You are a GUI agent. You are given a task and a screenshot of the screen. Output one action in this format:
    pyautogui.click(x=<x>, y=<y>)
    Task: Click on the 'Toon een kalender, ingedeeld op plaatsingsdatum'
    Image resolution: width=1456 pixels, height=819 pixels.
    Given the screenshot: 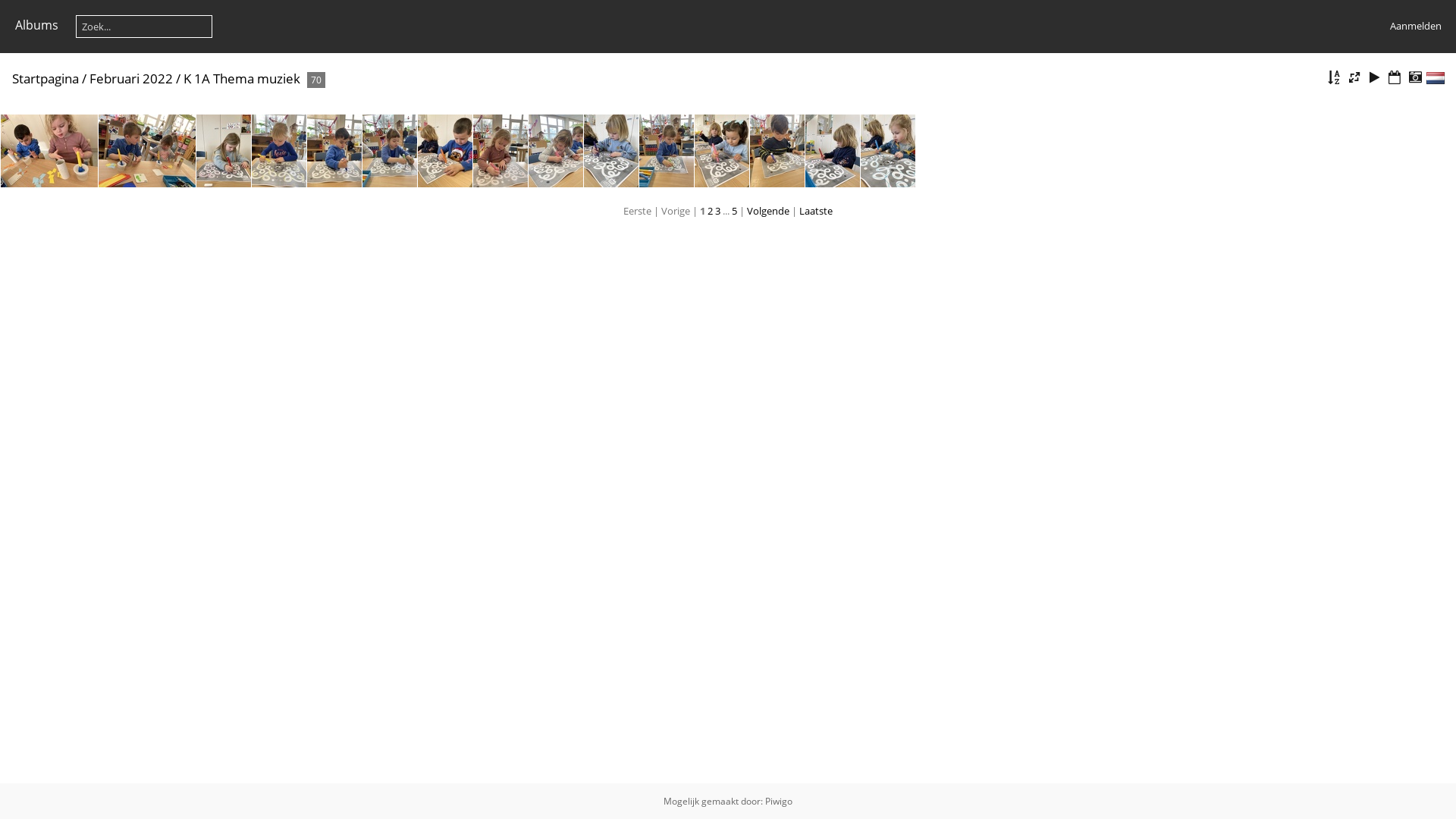 What is the action you would take?
    pyautogui.click(x=1385, y=77)
    